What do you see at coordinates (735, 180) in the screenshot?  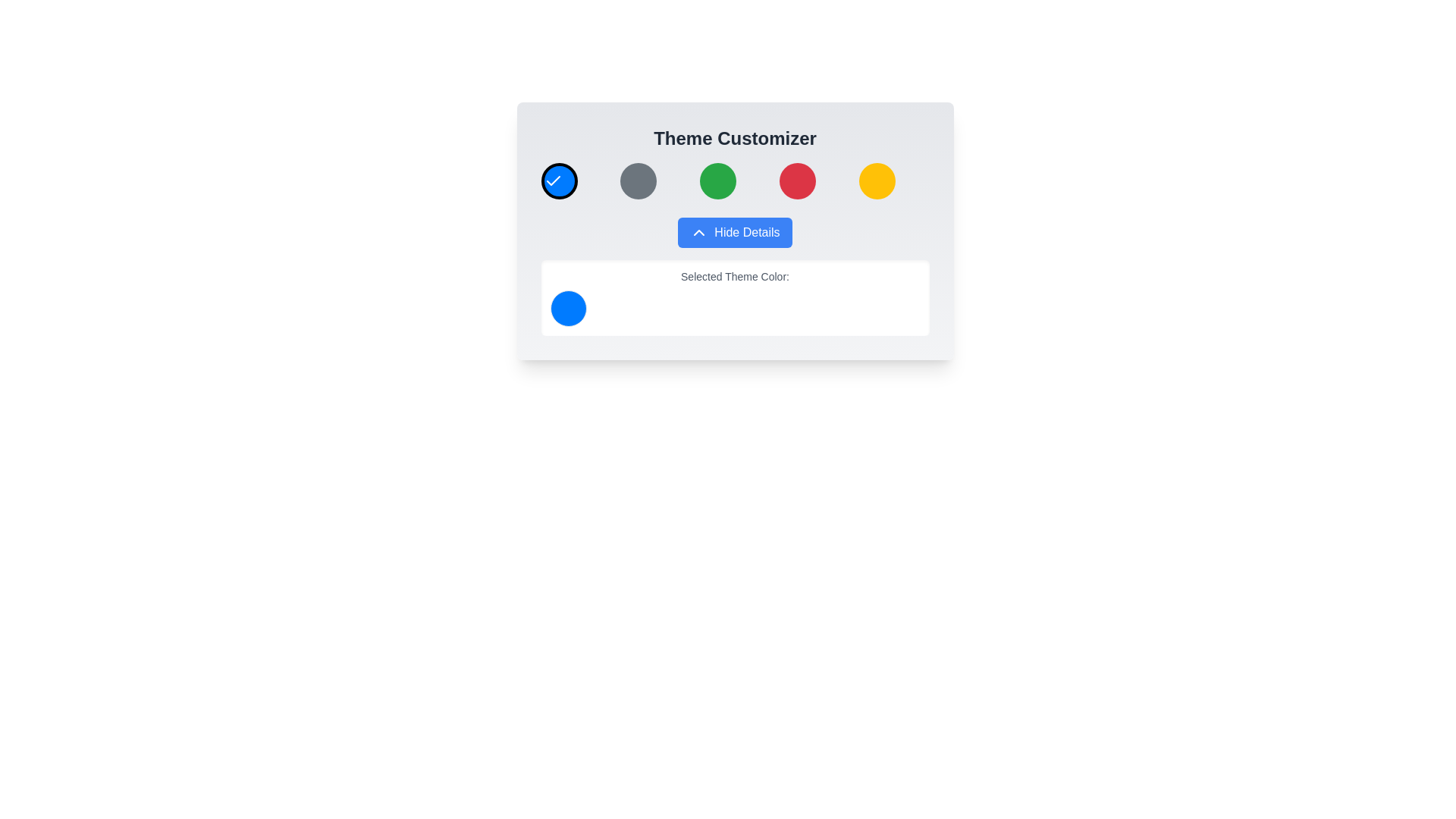 I see `the third circular button in the 'Theme Customizer' section` at bounding box center [735, 180].